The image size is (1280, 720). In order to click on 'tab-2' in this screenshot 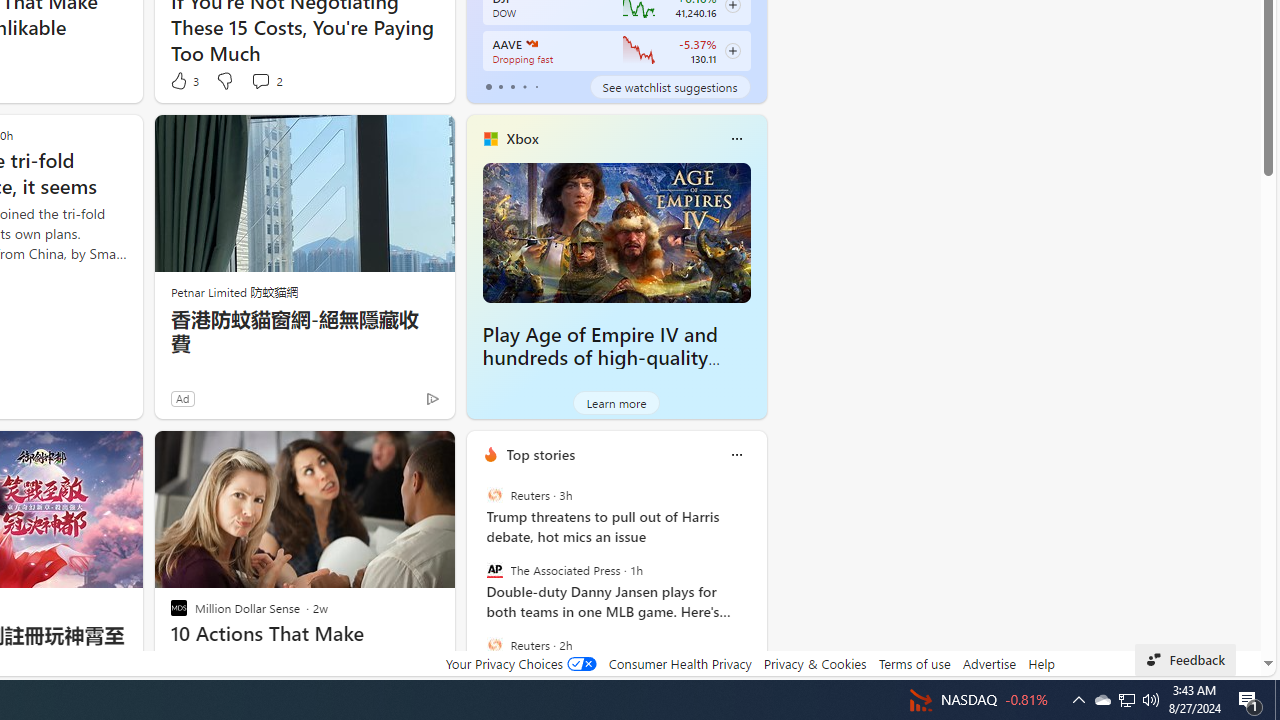, I will do `click(512, 86)`.